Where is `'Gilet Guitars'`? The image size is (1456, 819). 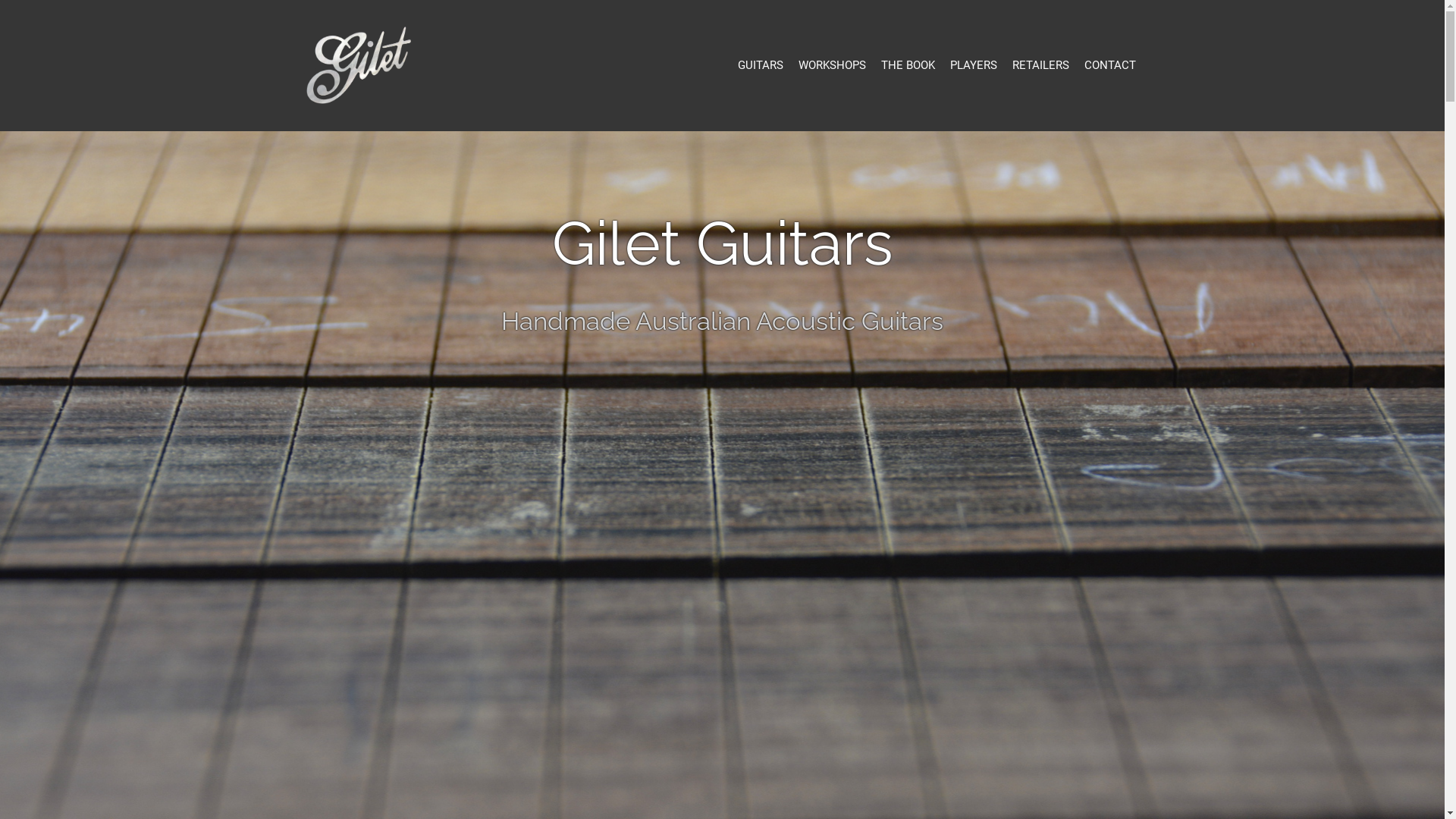
'Gilet Guitars' is located at coordinates (302, 63).